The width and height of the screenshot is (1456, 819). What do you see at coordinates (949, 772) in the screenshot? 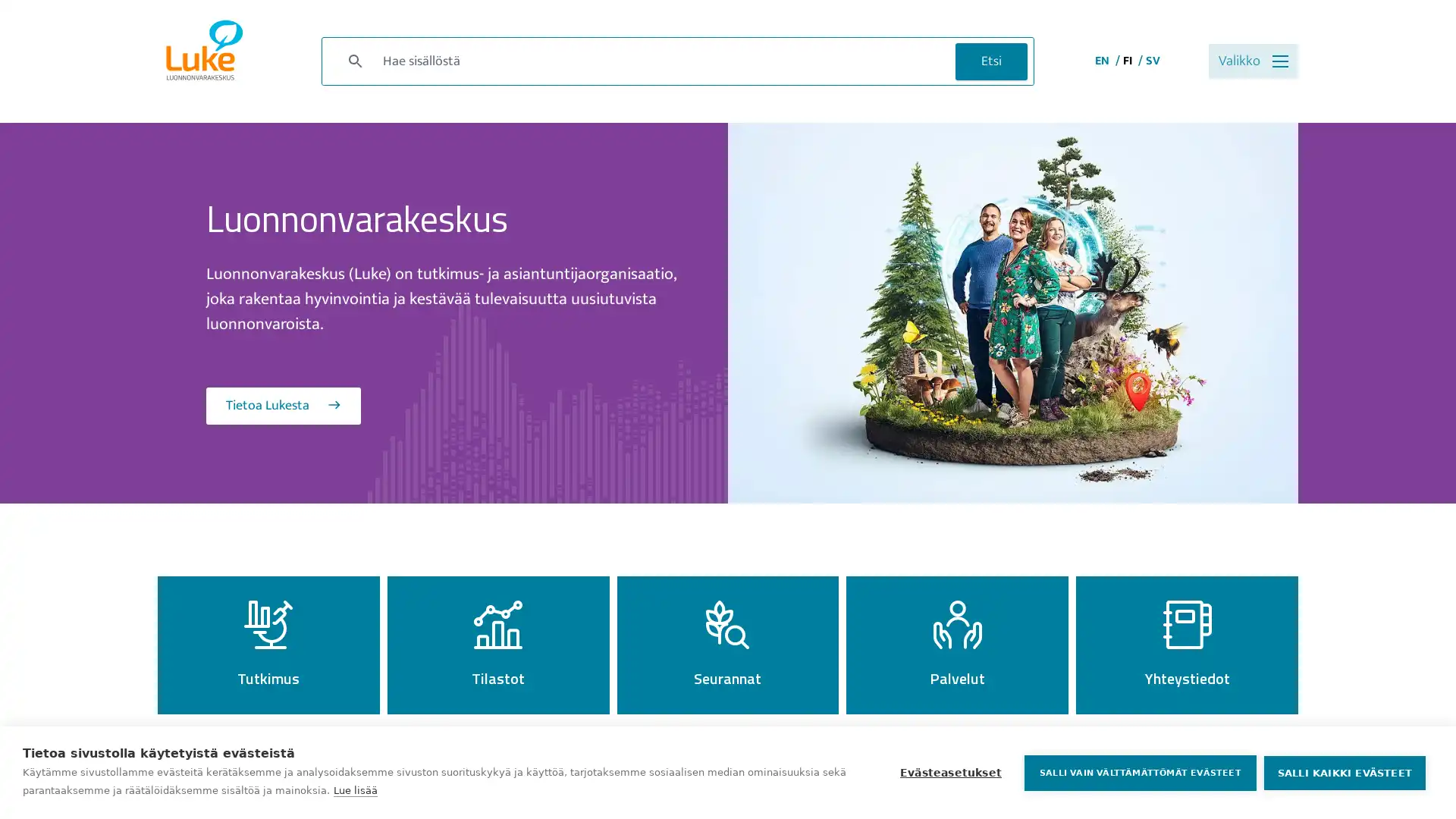
I see `Evasteasetukset` at bounding box center [949, 772].